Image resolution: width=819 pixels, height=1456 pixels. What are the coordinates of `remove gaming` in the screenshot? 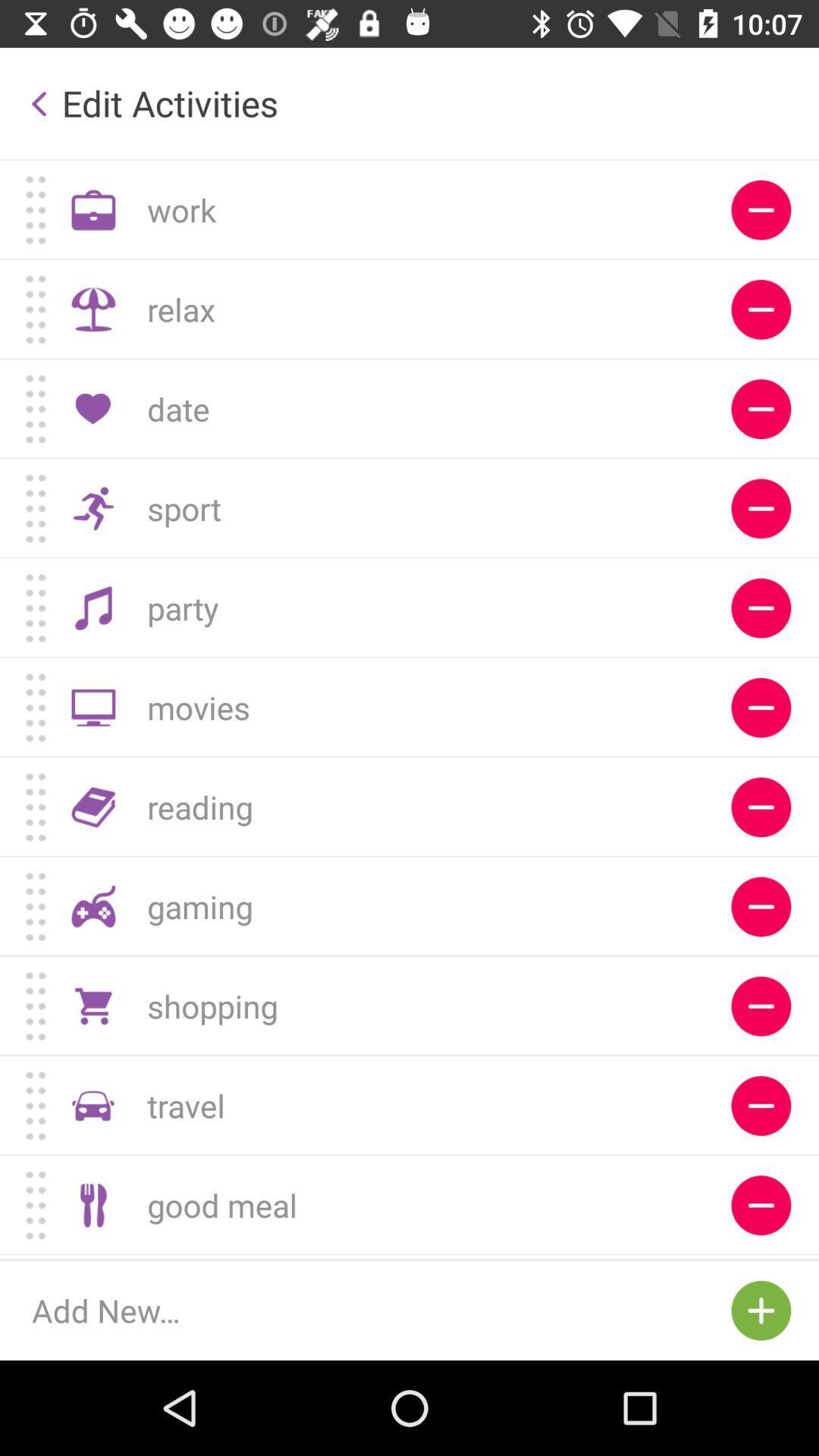 It's located at (761, 906).